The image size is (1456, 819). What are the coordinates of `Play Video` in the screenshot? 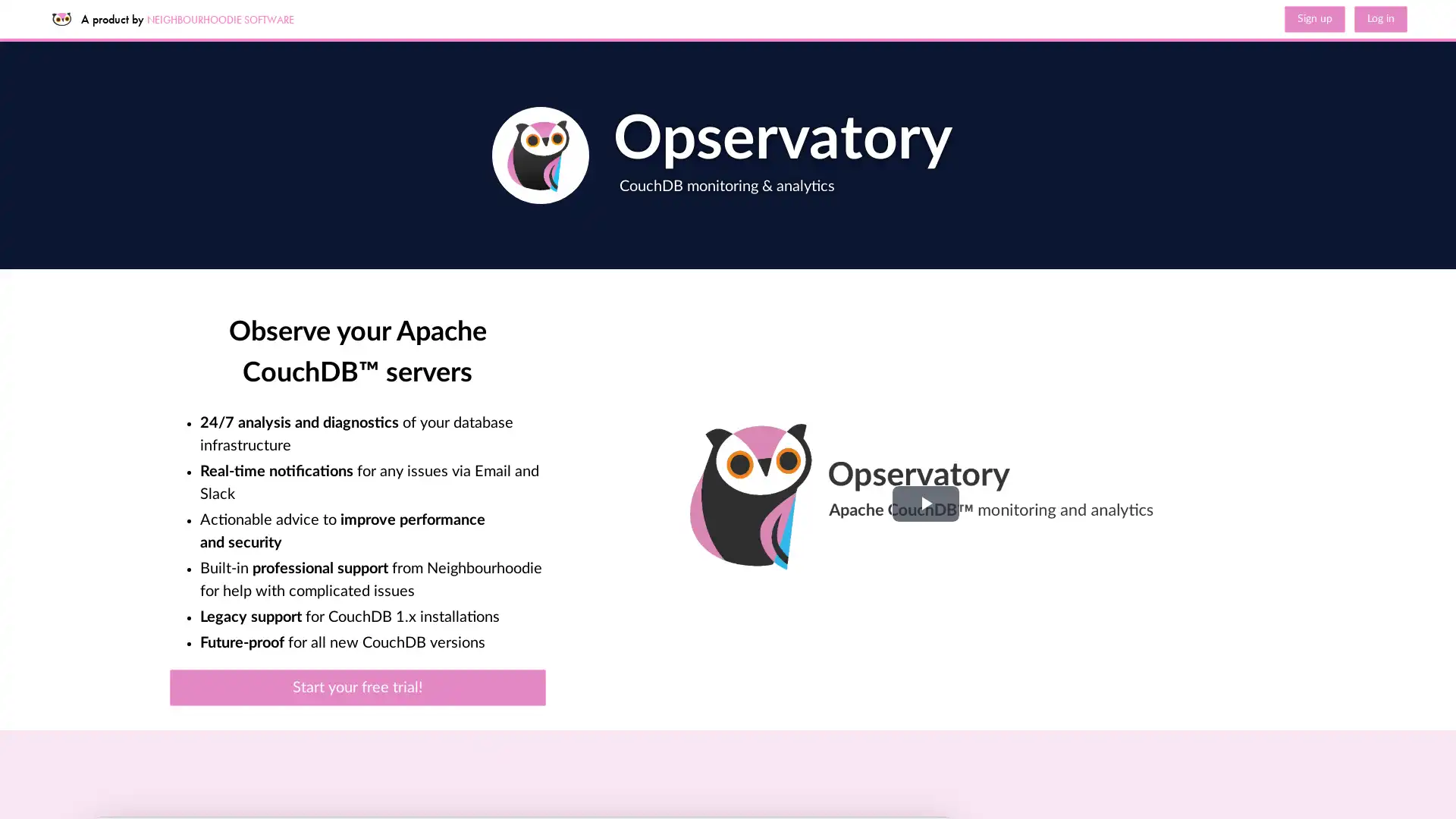 It's located at (924, 503).